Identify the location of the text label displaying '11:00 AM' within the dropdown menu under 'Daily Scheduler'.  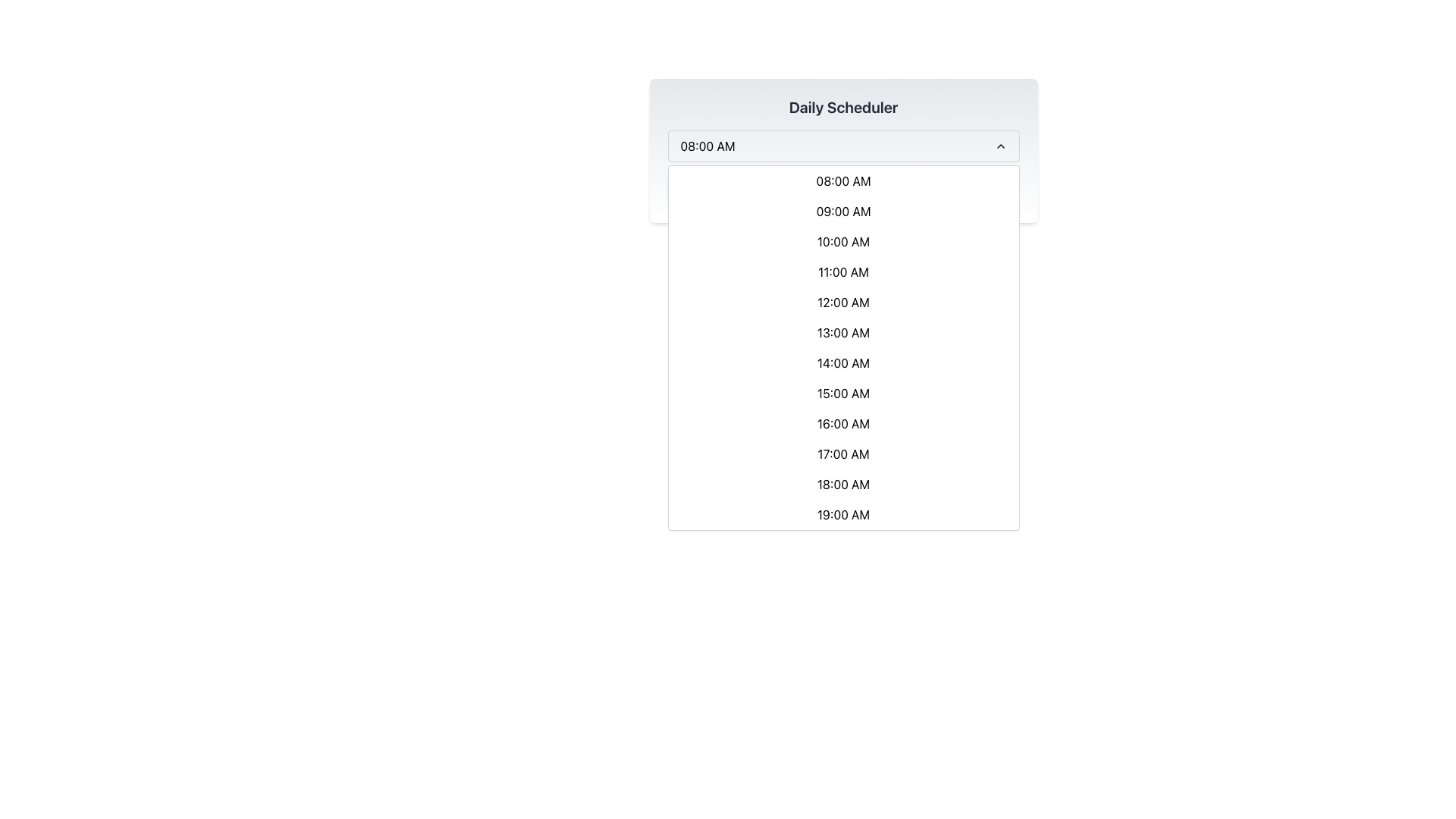
(843, 271).